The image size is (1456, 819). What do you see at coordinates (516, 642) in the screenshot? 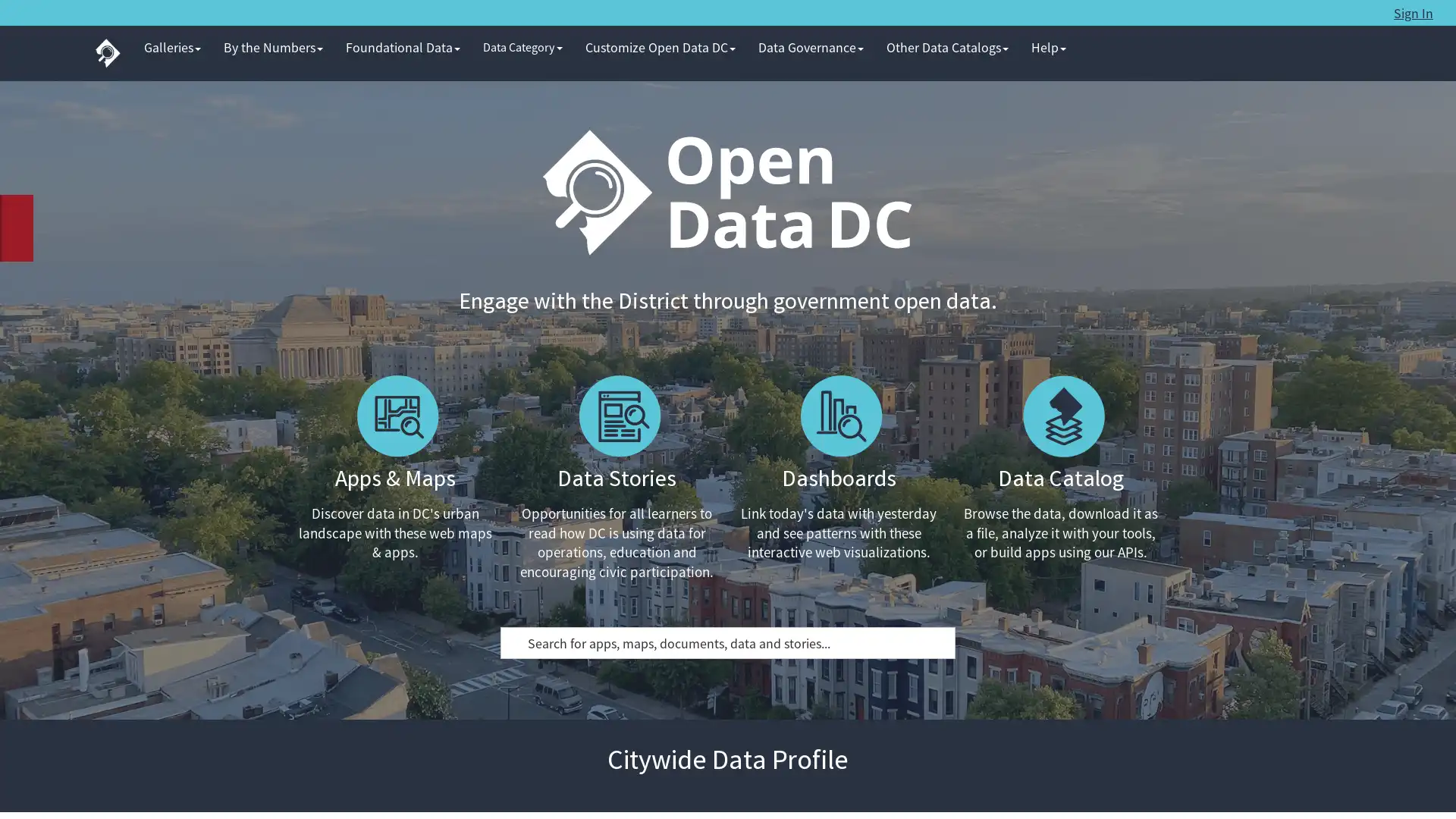
I see `Submit Search` at bounding box center [516, 642].